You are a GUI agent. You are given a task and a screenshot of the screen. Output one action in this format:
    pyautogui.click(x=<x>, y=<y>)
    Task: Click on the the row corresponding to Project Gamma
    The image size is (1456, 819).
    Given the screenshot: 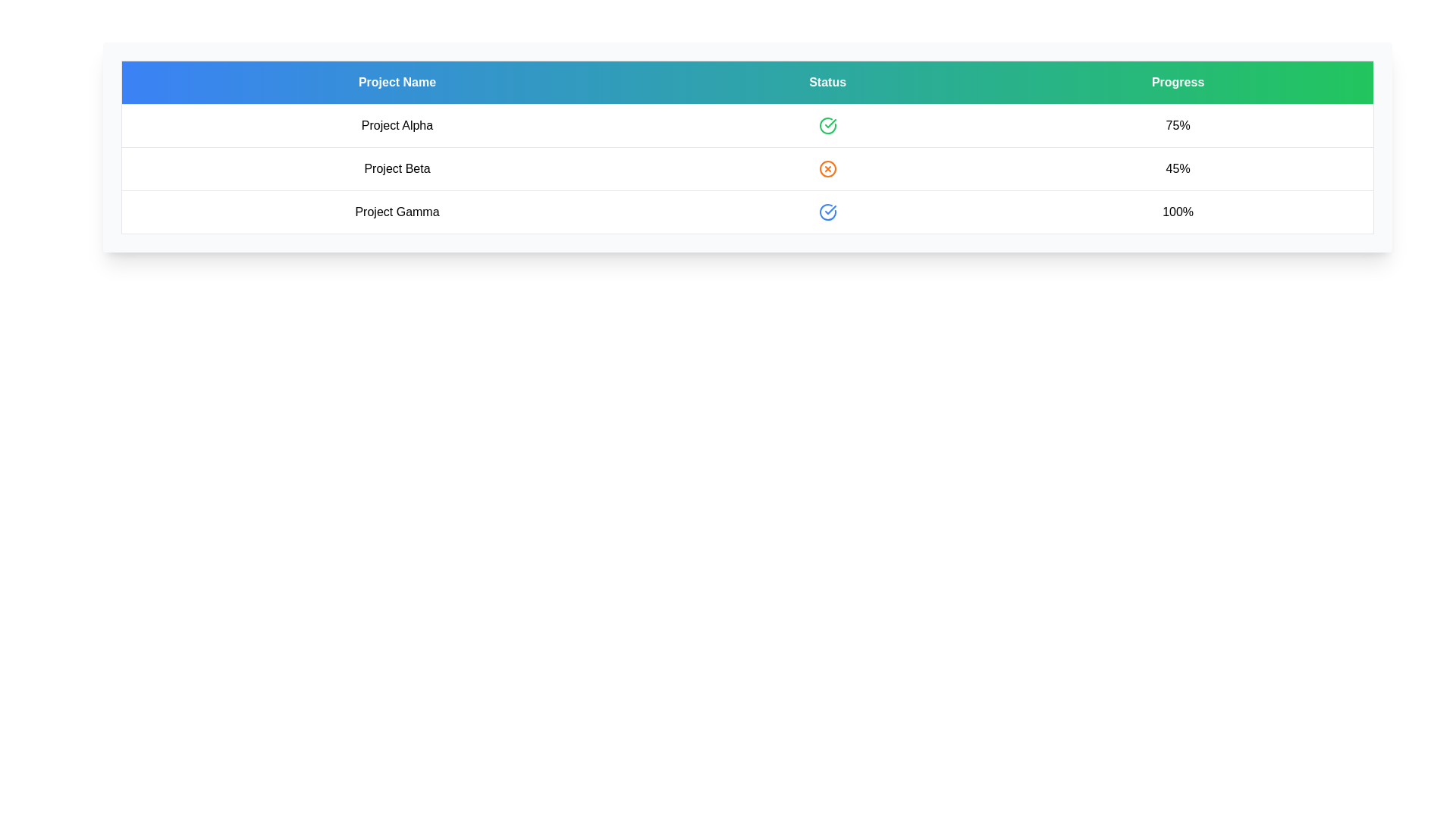 What is the action you would take?
    pyautogui.click(x=747, y=212)
    